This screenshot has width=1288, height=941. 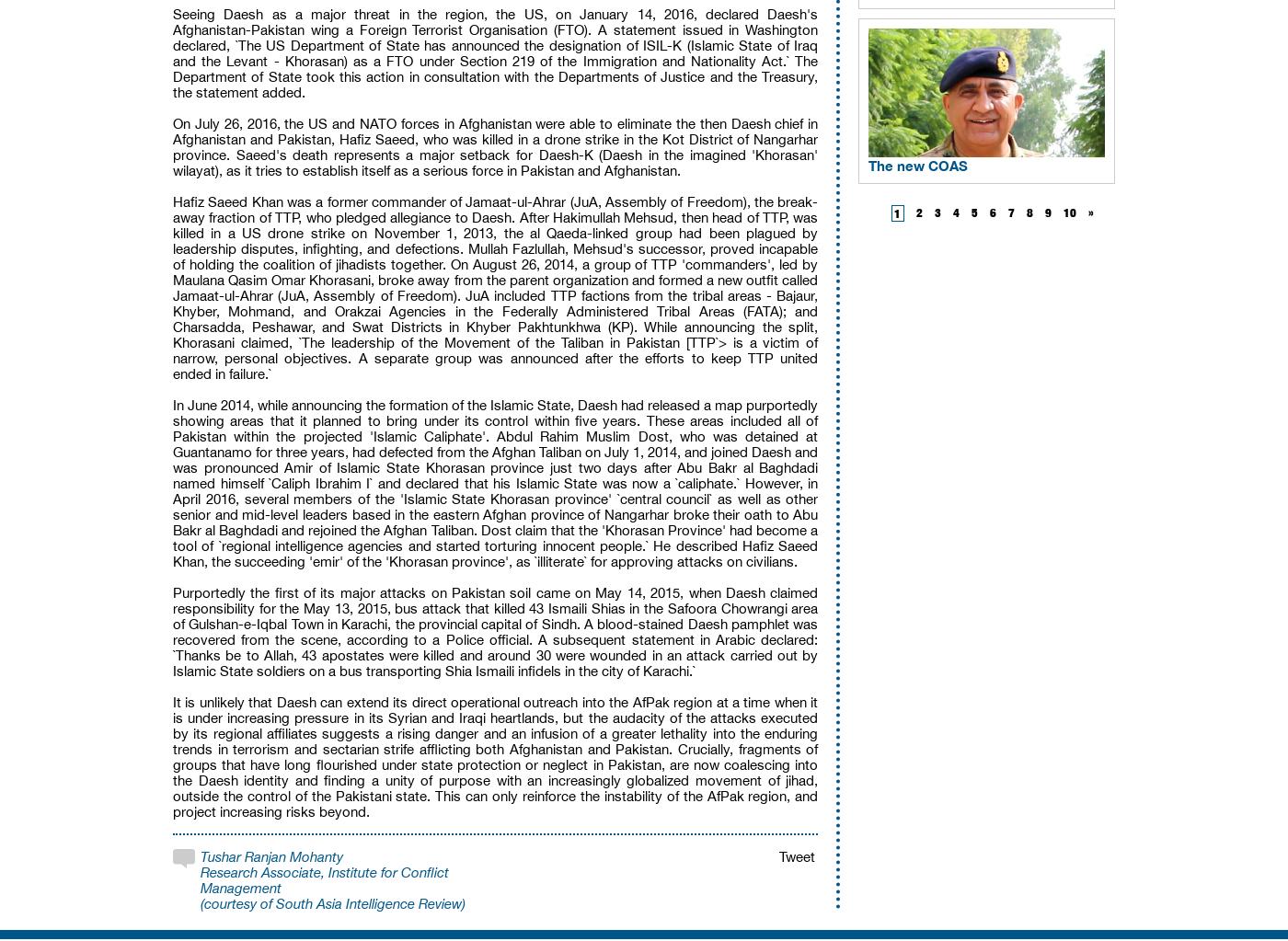 What do you see at coordinates (918, 165) in the screenshot?
I see `'The new COAS'` at bounding box center [918, 165].